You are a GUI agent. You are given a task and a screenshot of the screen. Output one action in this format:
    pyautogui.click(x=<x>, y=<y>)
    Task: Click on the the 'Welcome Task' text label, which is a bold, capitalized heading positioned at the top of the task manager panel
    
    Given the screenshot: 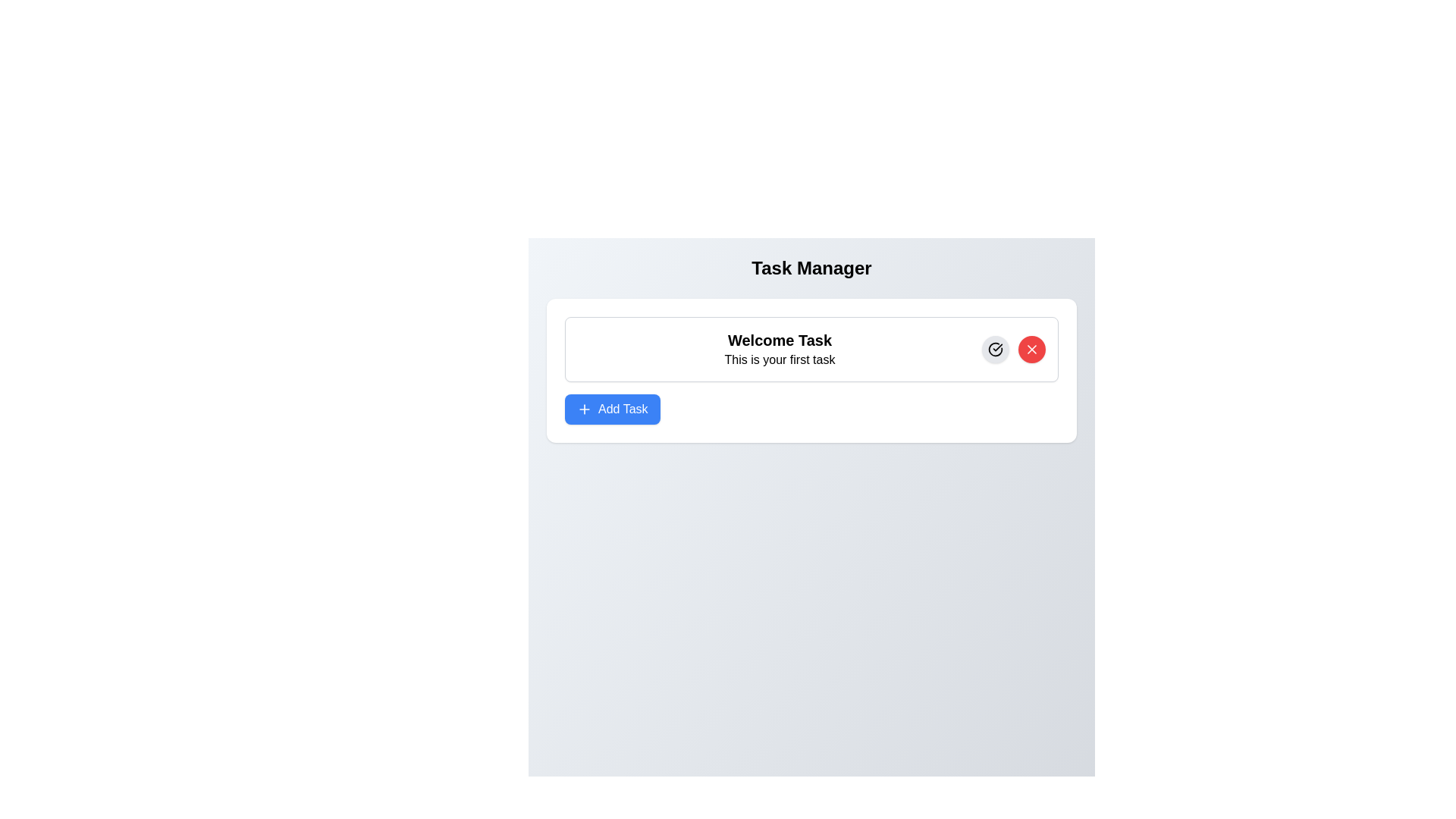 What is the action you would take?
    pyautogui.click(x=780, y=339)
    